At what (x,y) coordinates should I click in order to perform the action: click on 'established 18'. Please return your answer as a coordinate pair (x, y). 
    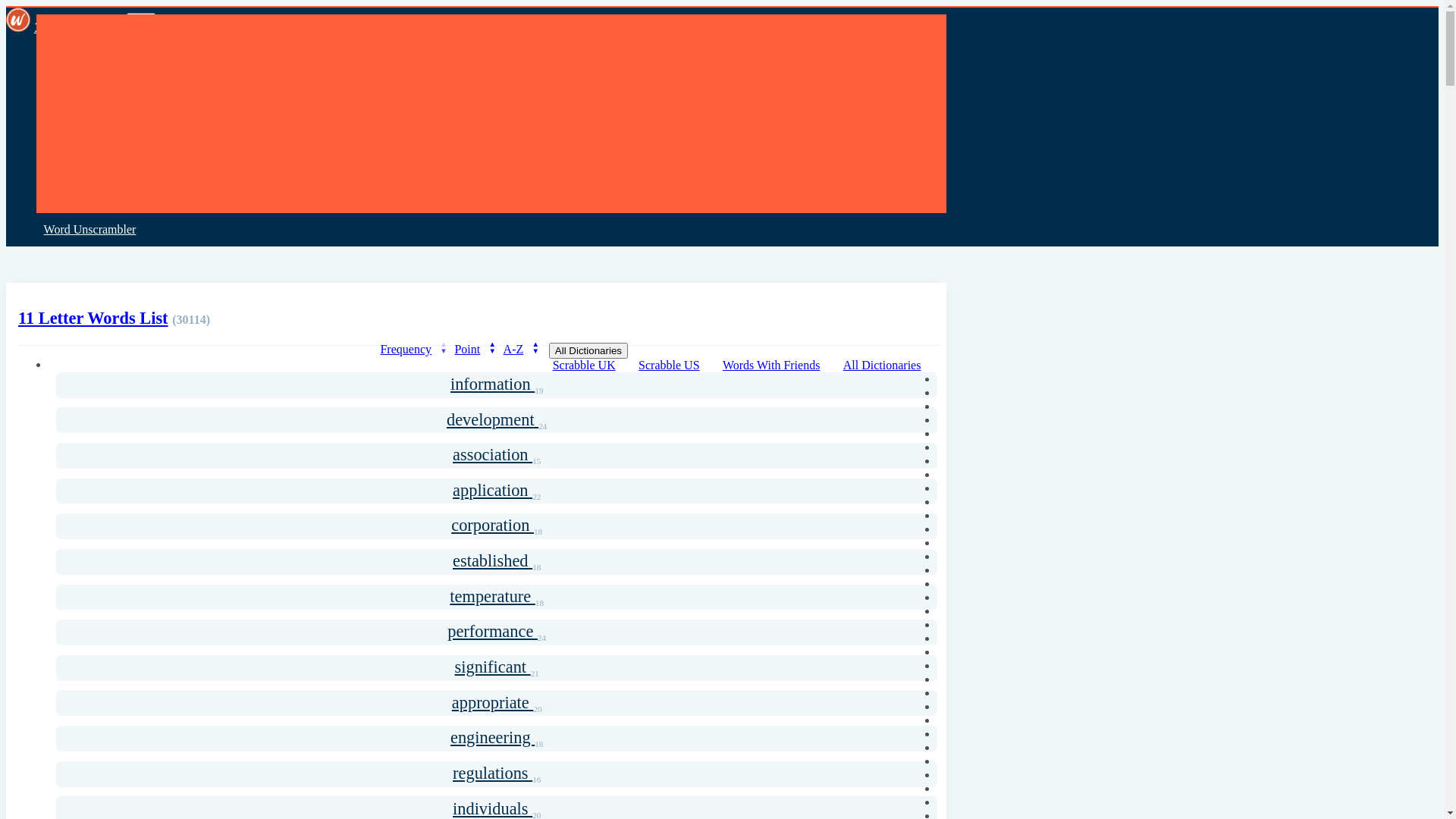
    Looking at the image, I should click on (496, 561).